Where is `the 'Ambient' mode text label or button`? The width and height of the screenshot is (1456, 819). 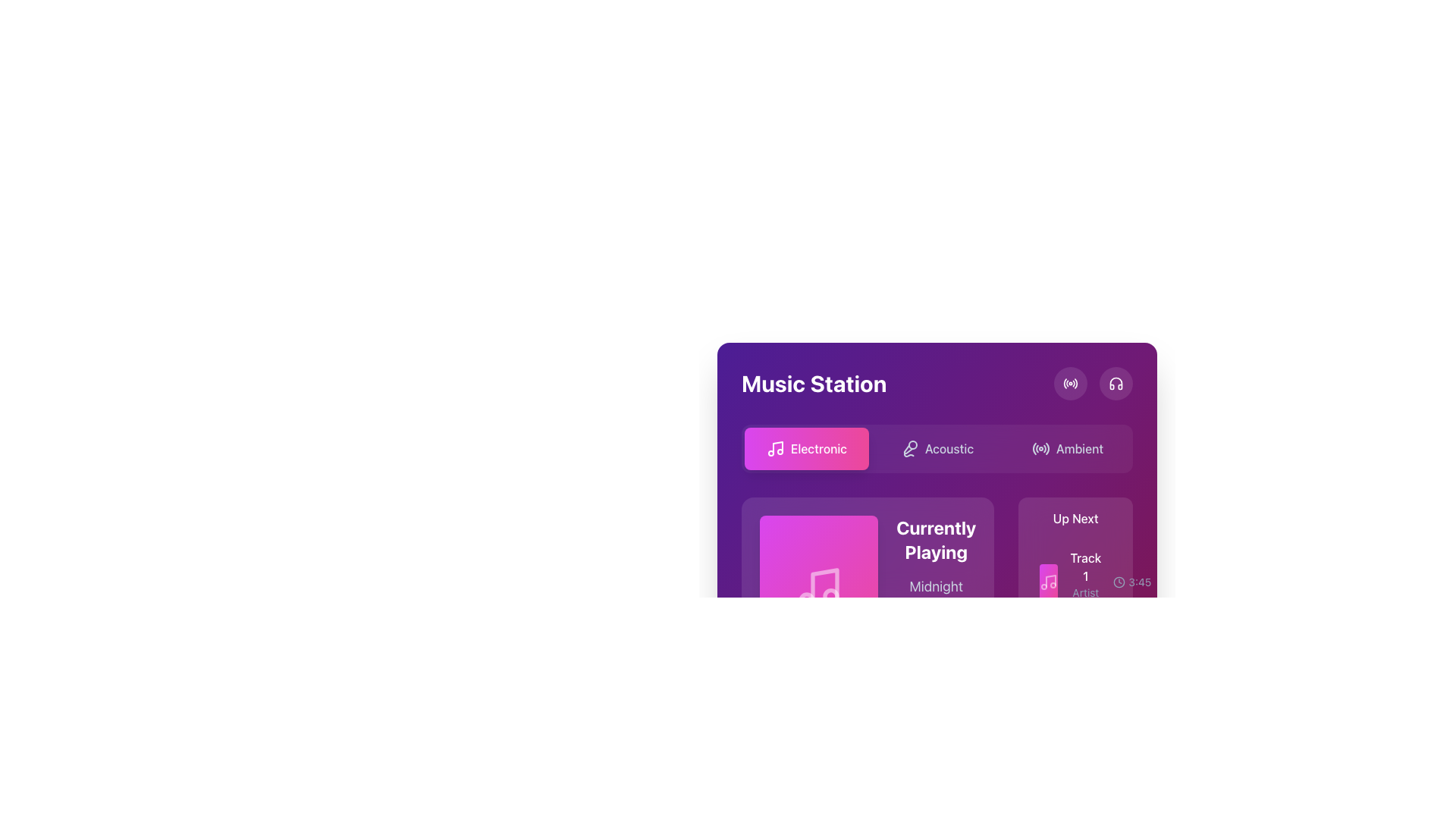
the 'Ambient' mode text label or button is located at coordinates (1079, 447).